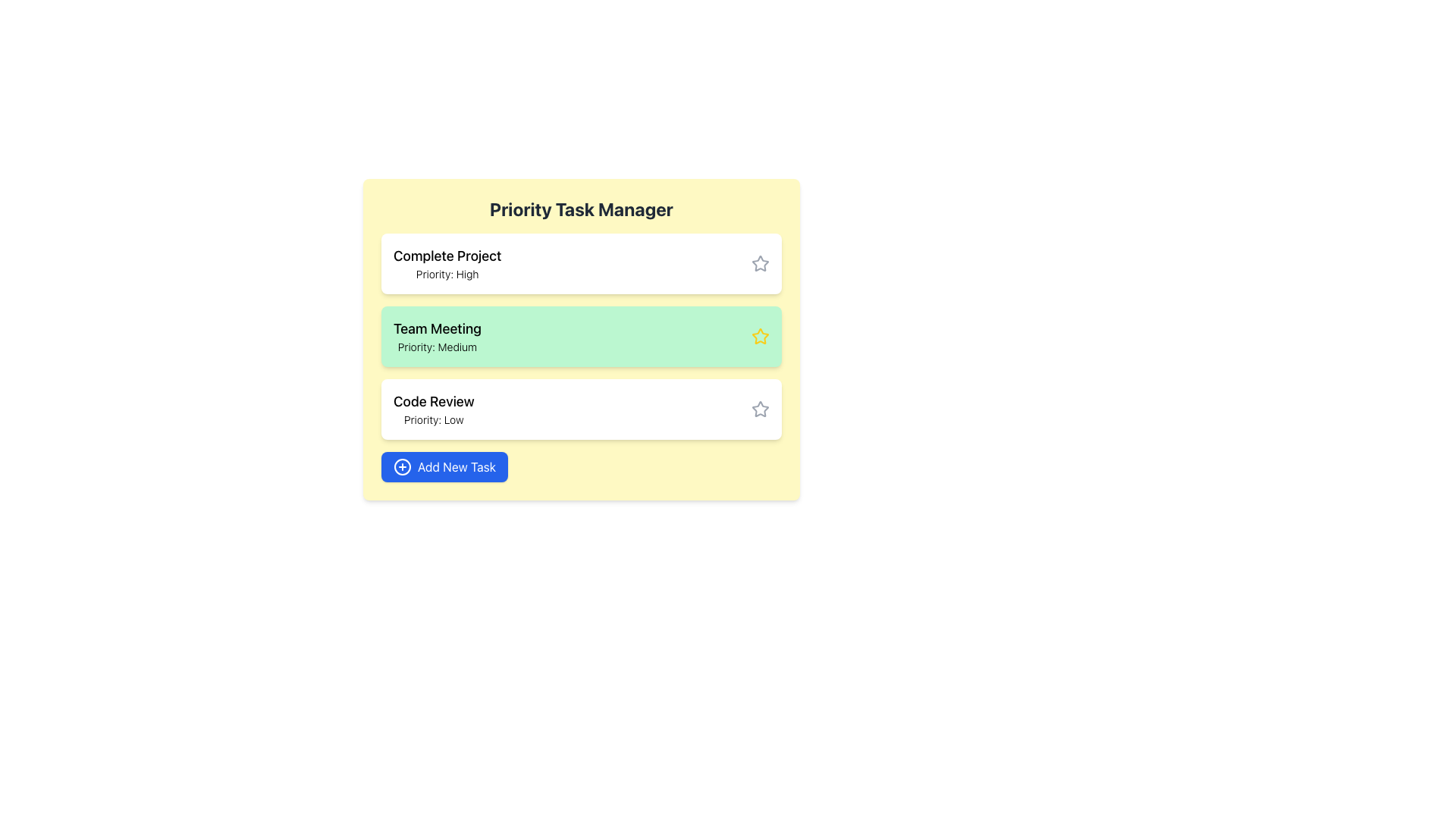 The height and width of the screenshot is (819, 1456). I want to click on the 'Complete Project' task card, so click(581, 262).